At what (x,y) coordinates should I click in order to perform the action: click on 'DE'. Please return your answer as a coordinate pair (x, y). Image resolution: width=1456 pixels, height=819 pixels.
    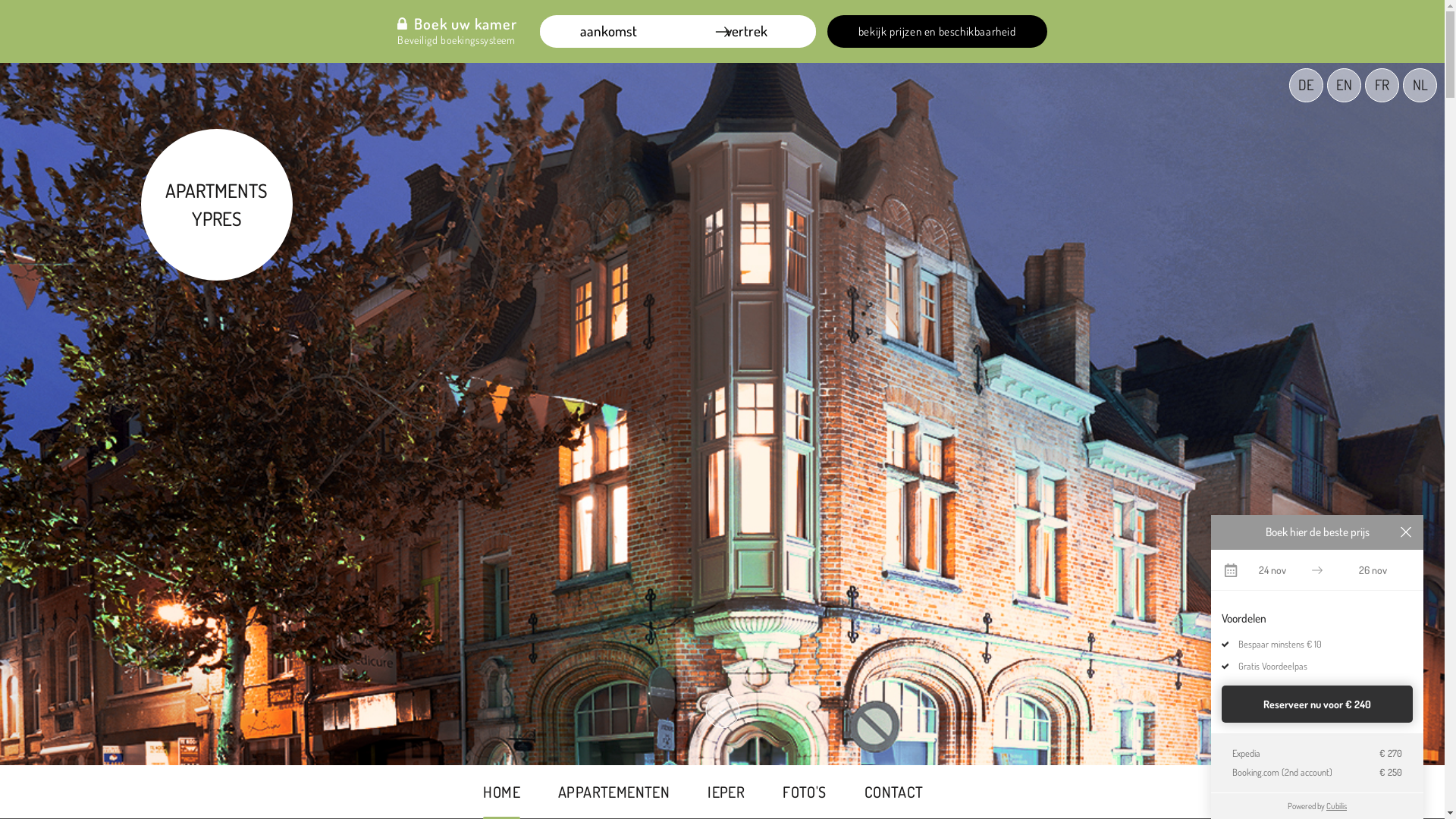
    Looking at the image, I should click on (1305, 85).